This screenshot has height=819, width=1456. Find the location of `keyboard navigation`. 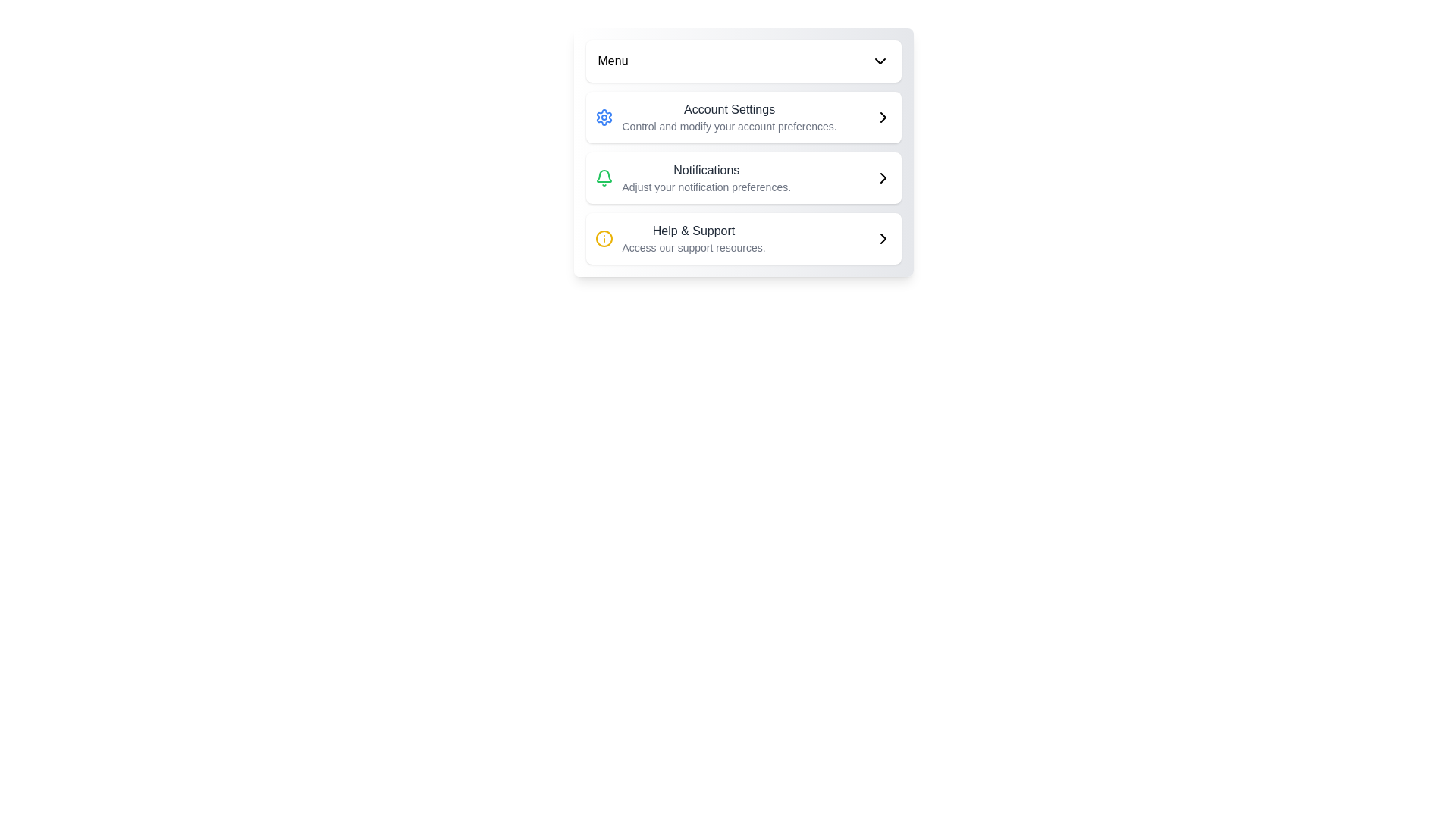

keyboard navigation is located at coordinates (603, 177).